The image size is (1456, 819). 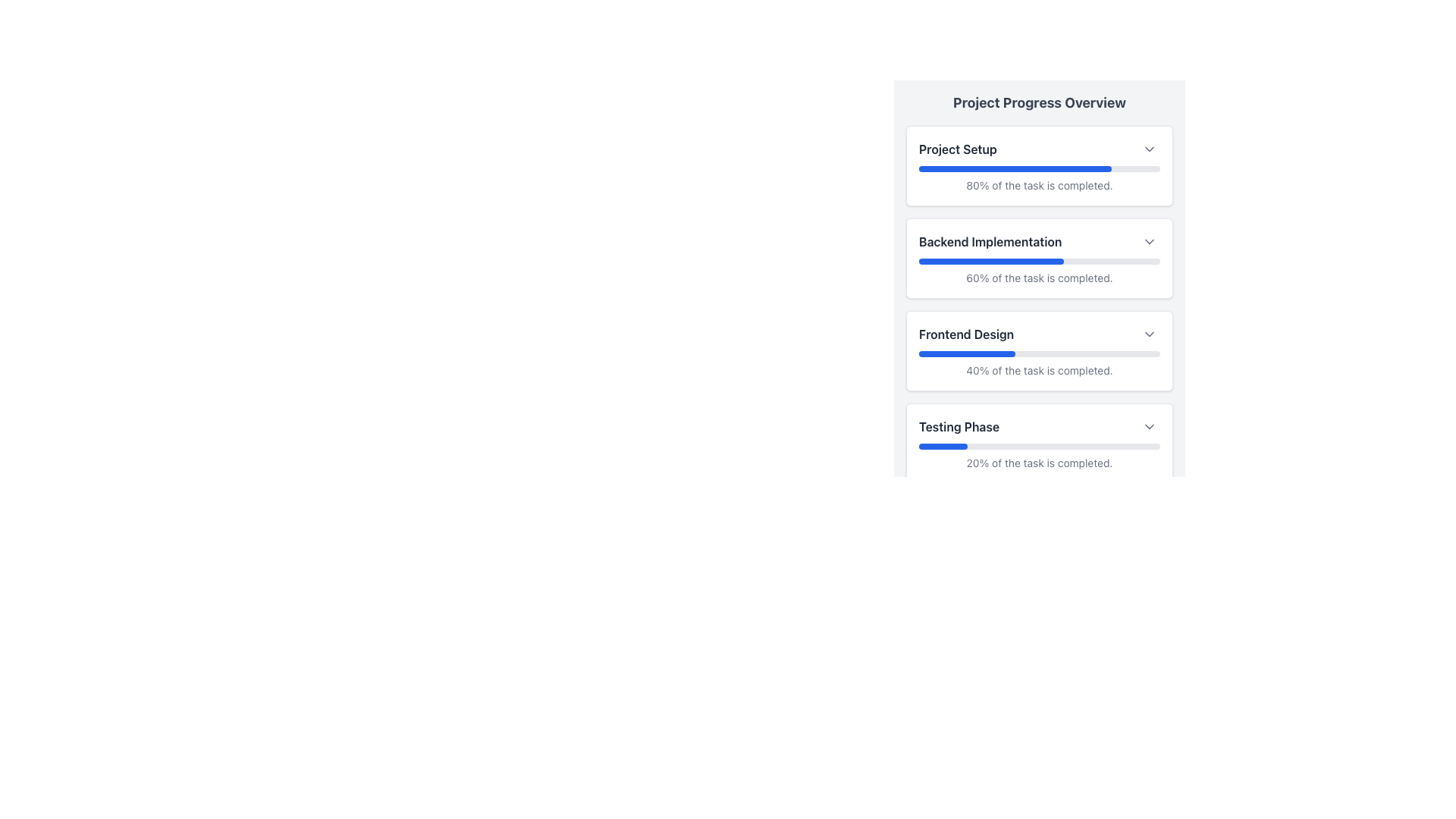 I want to click on the Progress bar indicating 80% completion of the 'Project Setup' task, located beneath the section heading, so click(x=1015, y=169).